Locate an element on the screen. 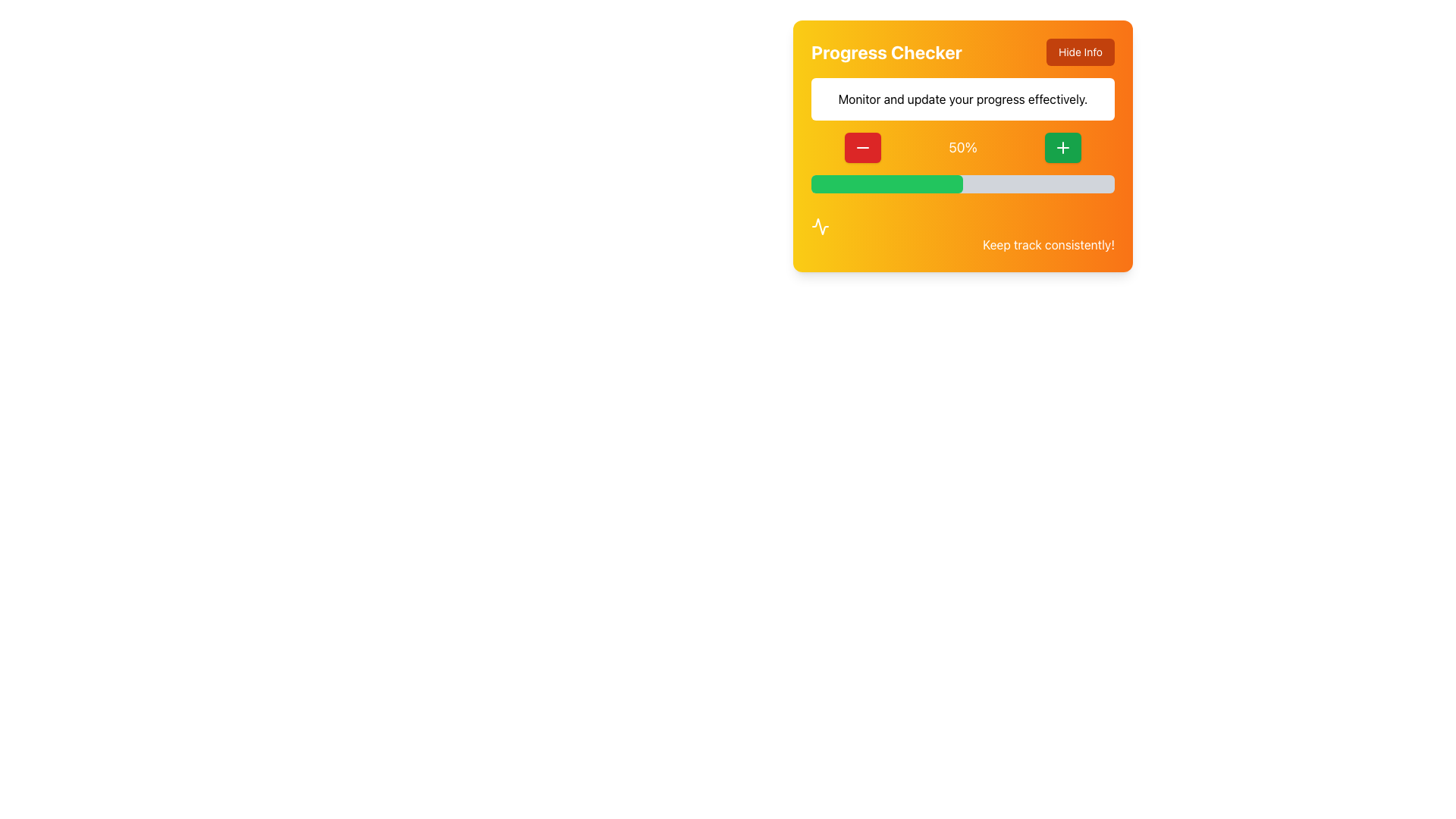 The height and width of the screenshot is (819, 1456). the button located at the top portion of the Progress Checker panel, adjacent to the 50% text is located at coordinates (1062, 148).